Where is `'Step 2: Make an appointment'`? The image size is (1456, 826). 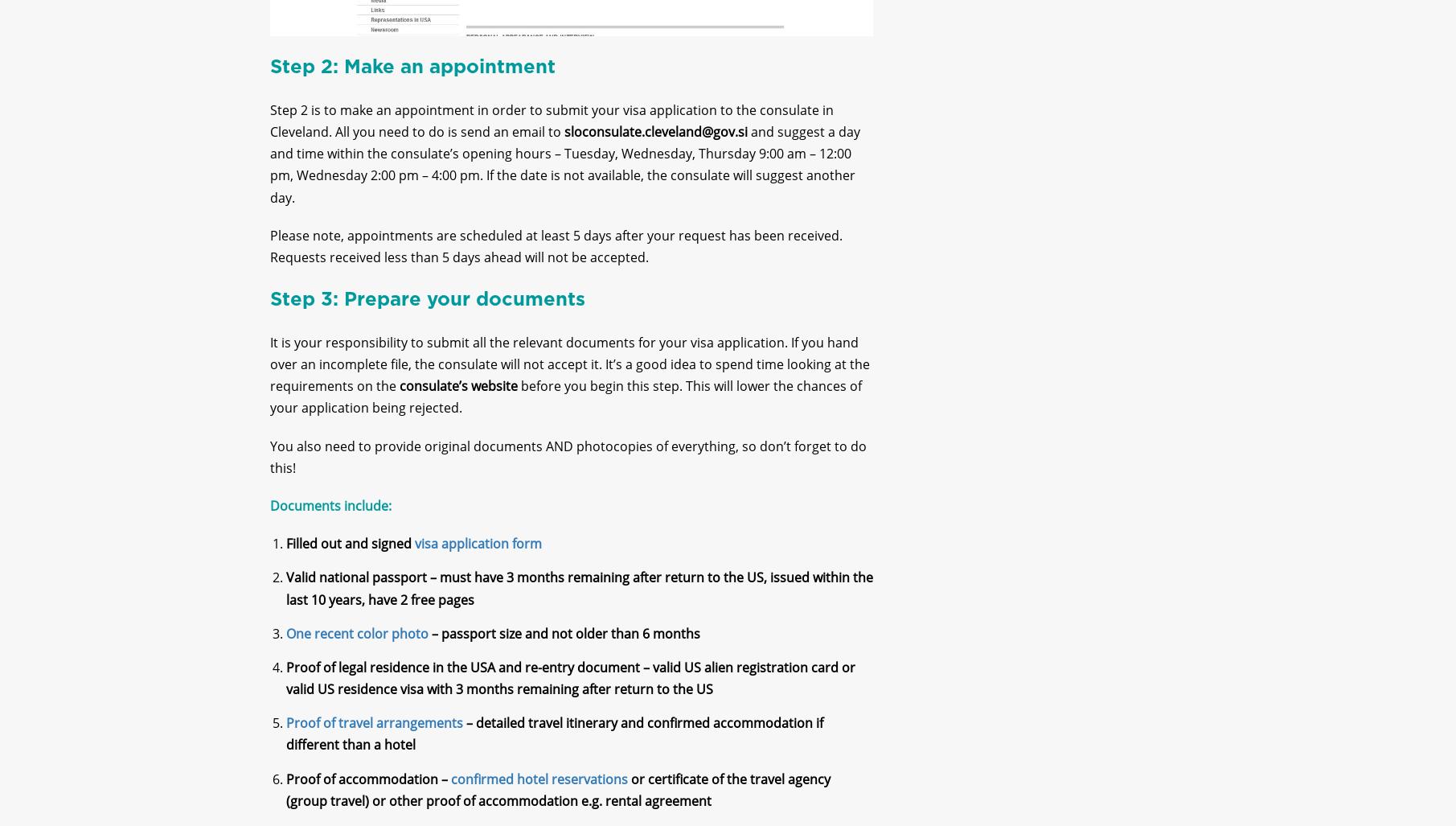
'Step 2: Make an appointment' is located at coordinates (411, 80).